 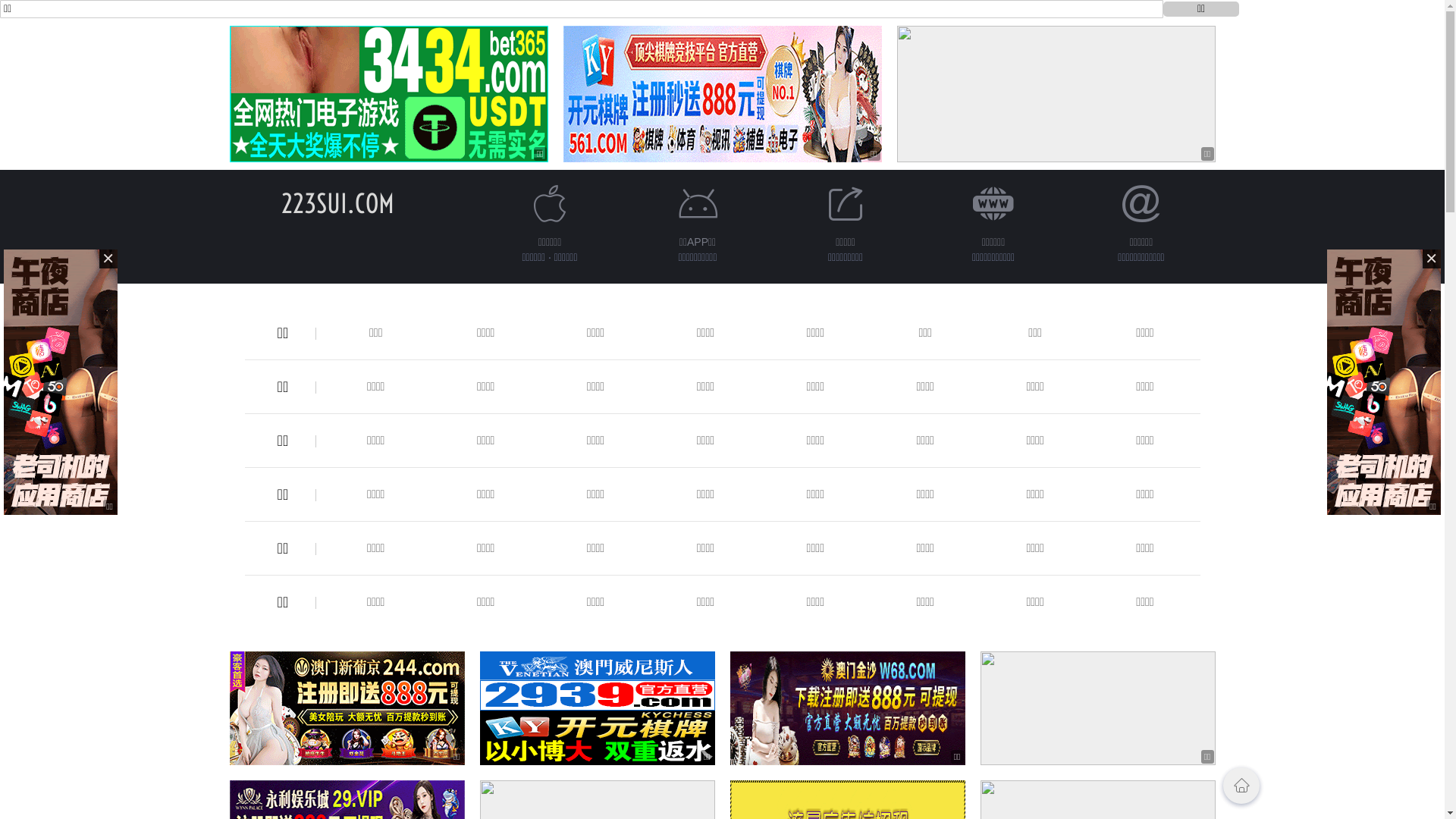 I want to click on '223SUI.COM', so click(x=337, y=202).